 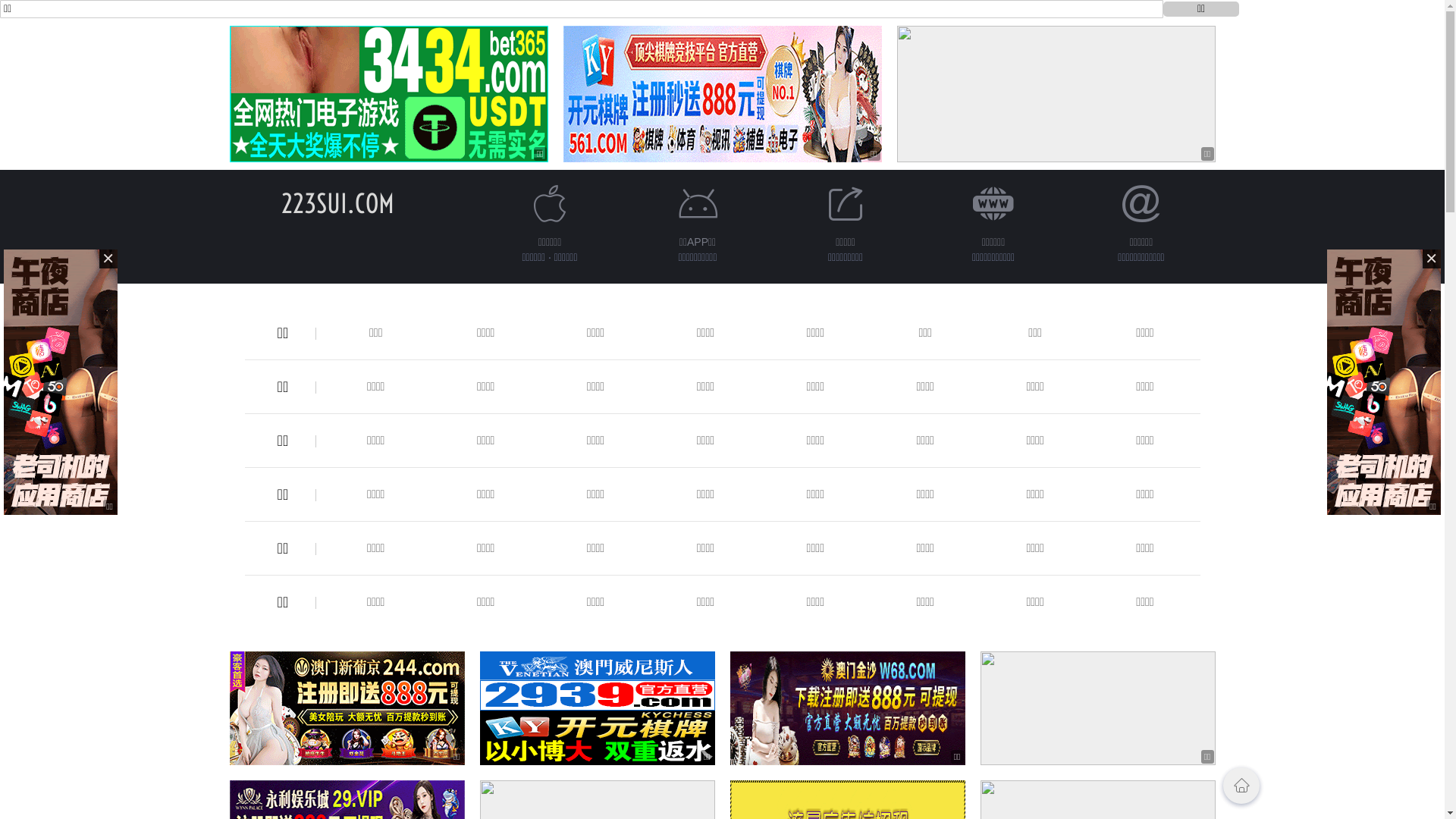 I want to click on '223SUI.COM', so click(x=337, y=202).